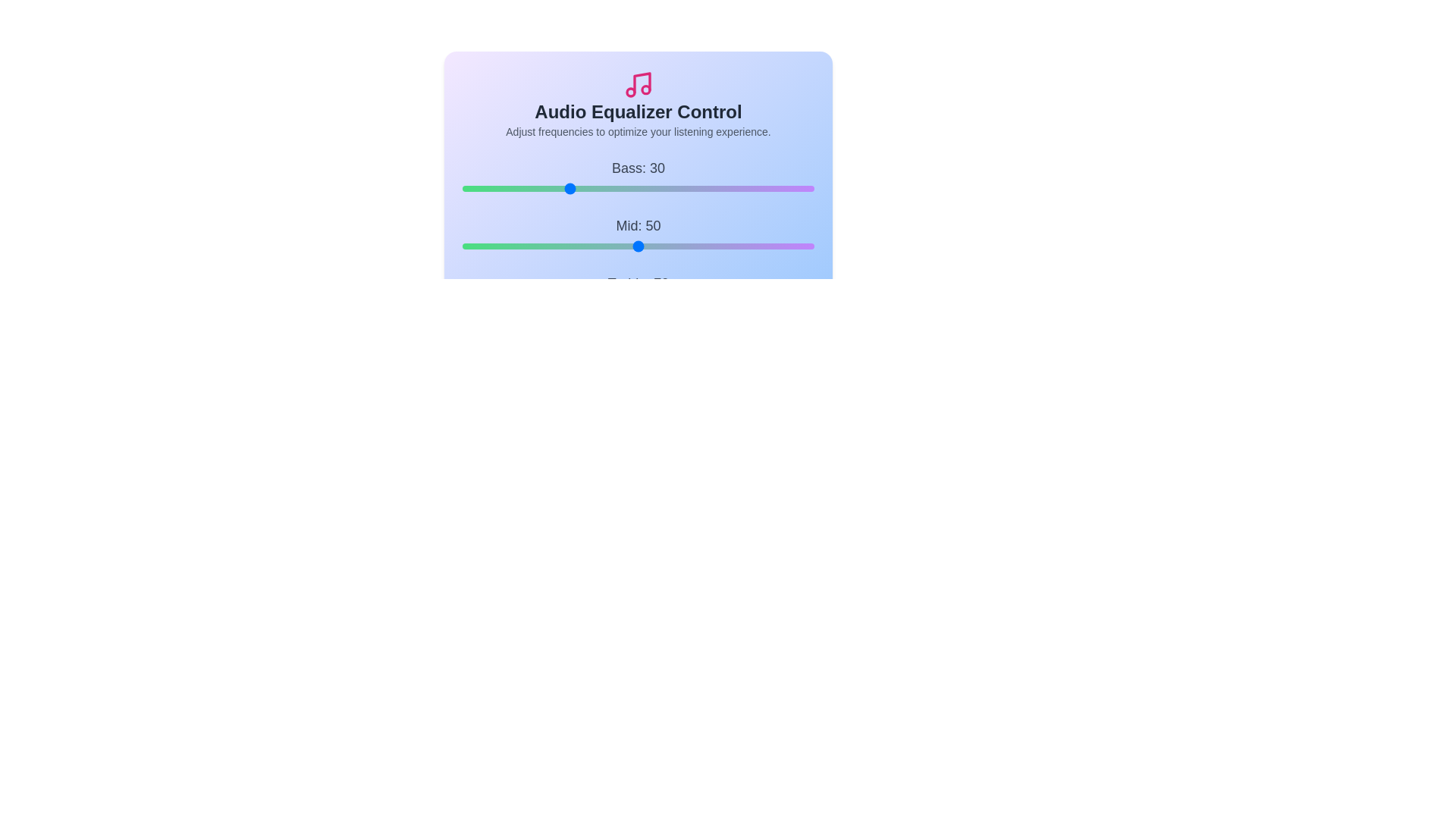 Image resolution: width=1456 pixels, height=819 pixels. I want to click on the 'Mid' slider to set the midrange level to 75, so click(726, 245).